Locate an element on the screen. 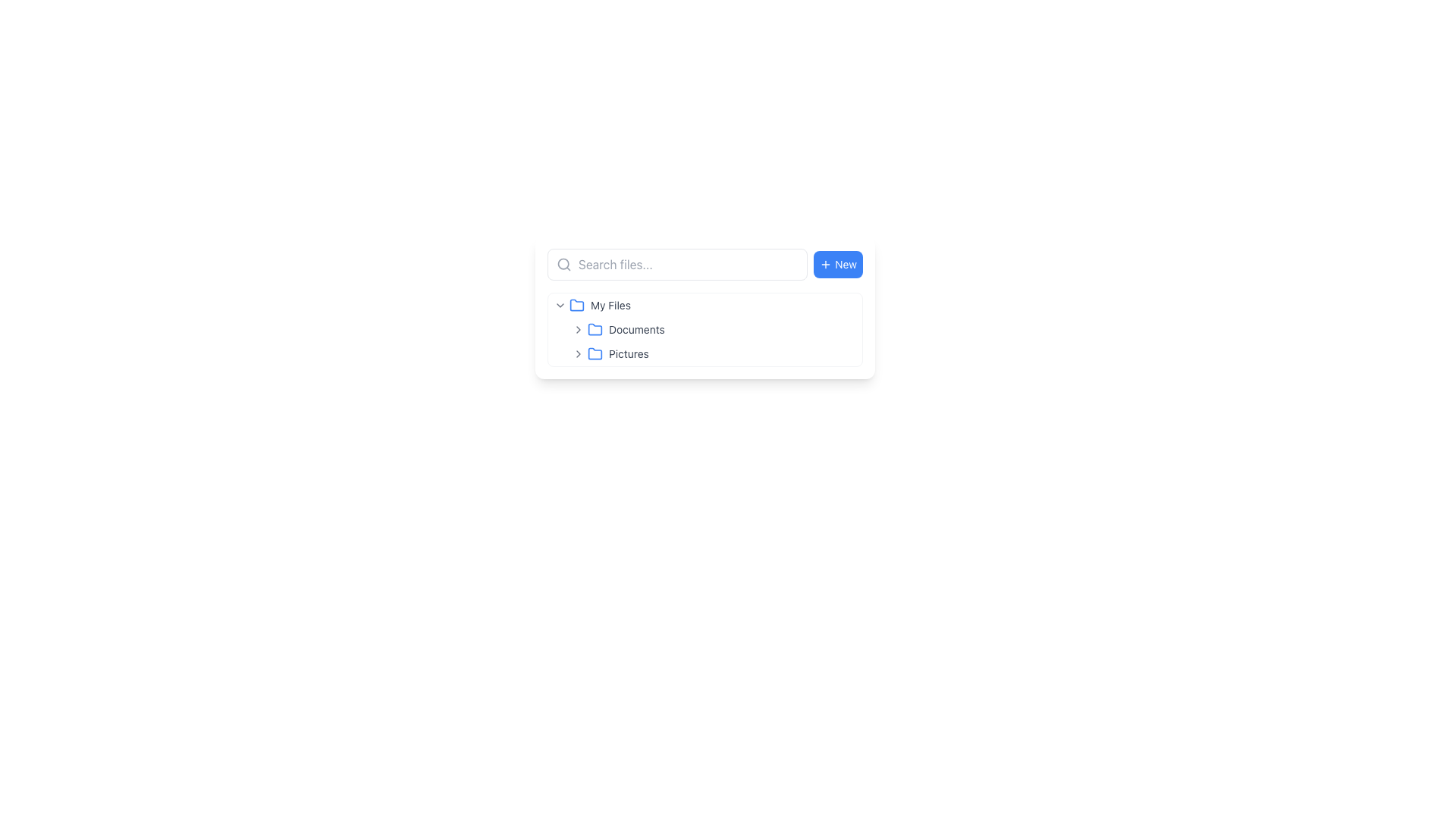 This screenshot has width=1456, height=819. the blue vector graphic of the folder icon located to the left of the 'My Files' text label in the file hierarchy panel is located at coordinates (595, 328).